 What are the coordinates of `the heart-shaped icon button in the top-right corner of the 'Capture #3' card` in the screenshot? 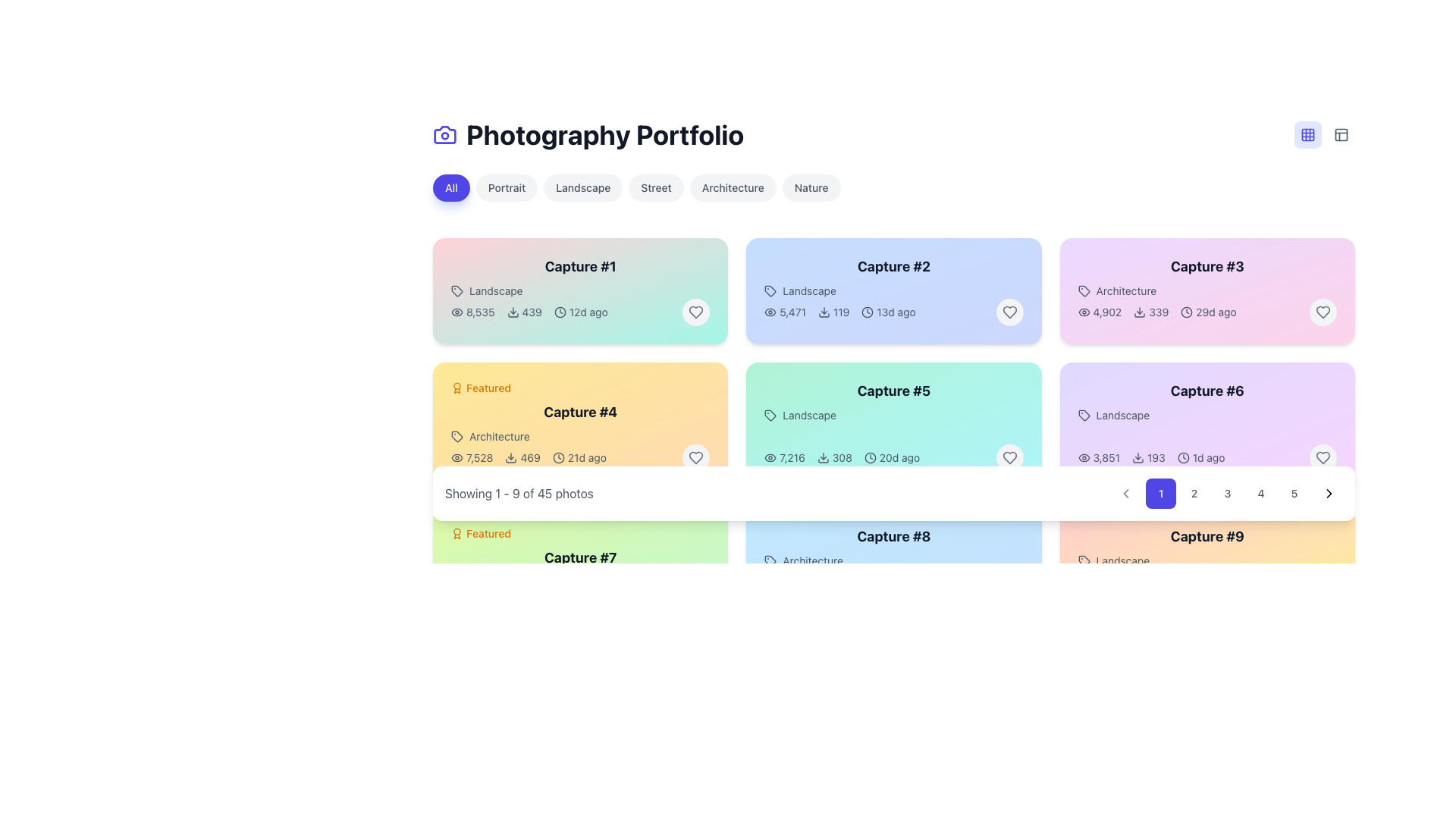 It's located at (1323, 312).